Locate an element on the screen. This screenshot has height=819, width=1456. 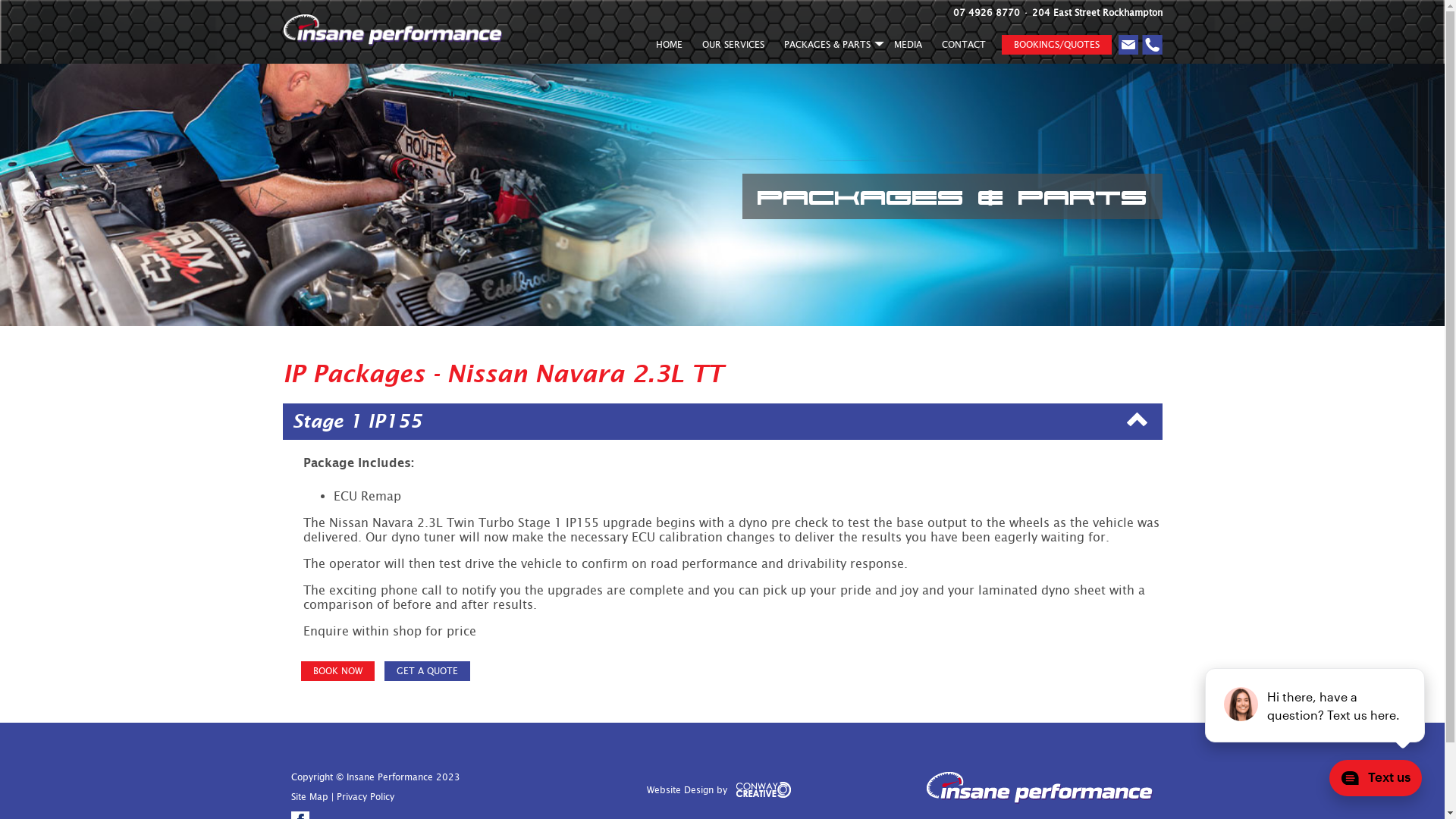
'Site Map' is located at coordinates (309, 795).